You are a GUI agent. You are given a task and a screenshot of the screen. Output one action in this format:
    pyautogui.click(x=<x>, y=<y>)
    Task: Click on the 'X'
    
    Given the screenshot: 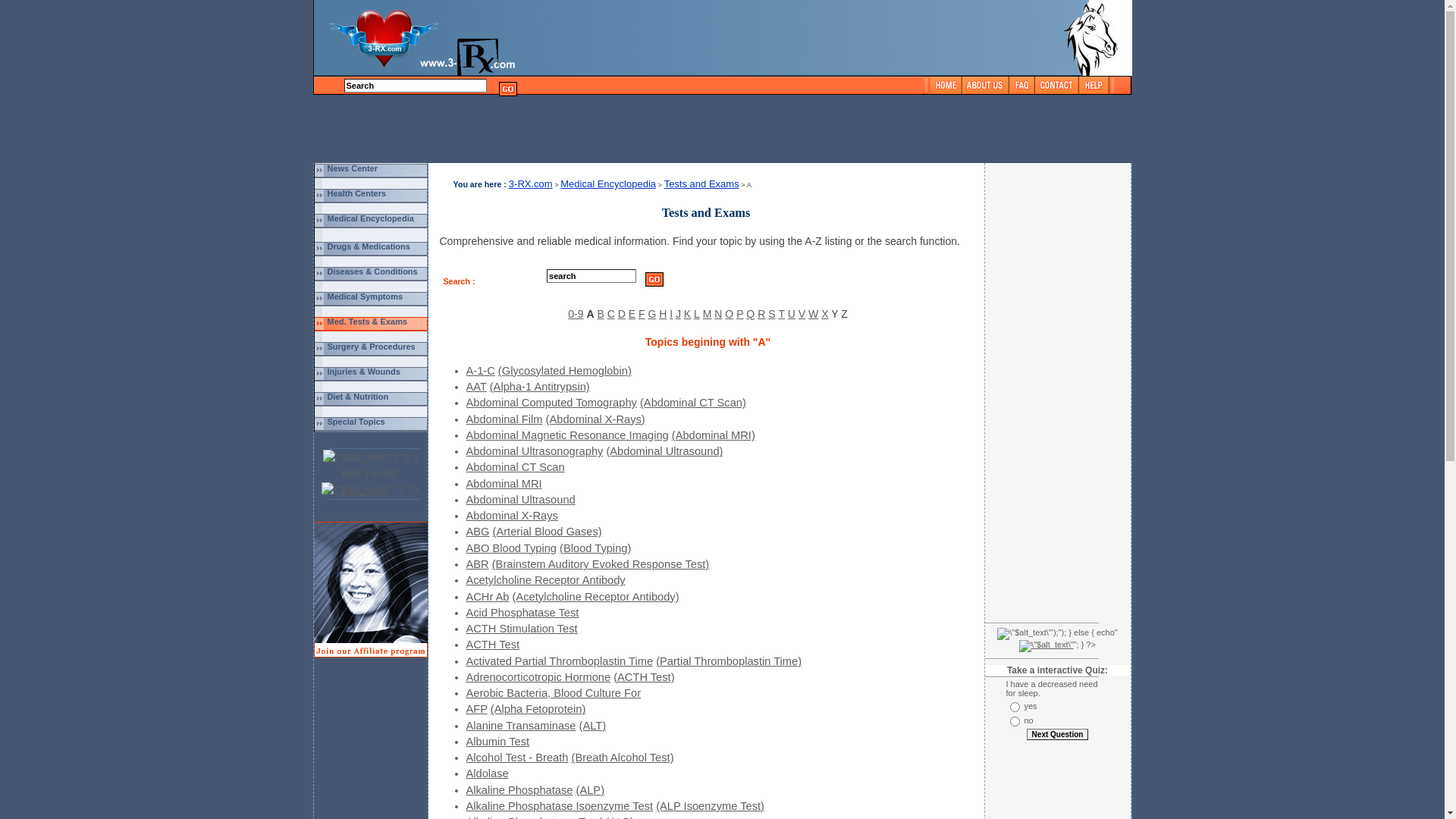 What is the action you would take?
    pyautogui.click(x=824, y=312)
    